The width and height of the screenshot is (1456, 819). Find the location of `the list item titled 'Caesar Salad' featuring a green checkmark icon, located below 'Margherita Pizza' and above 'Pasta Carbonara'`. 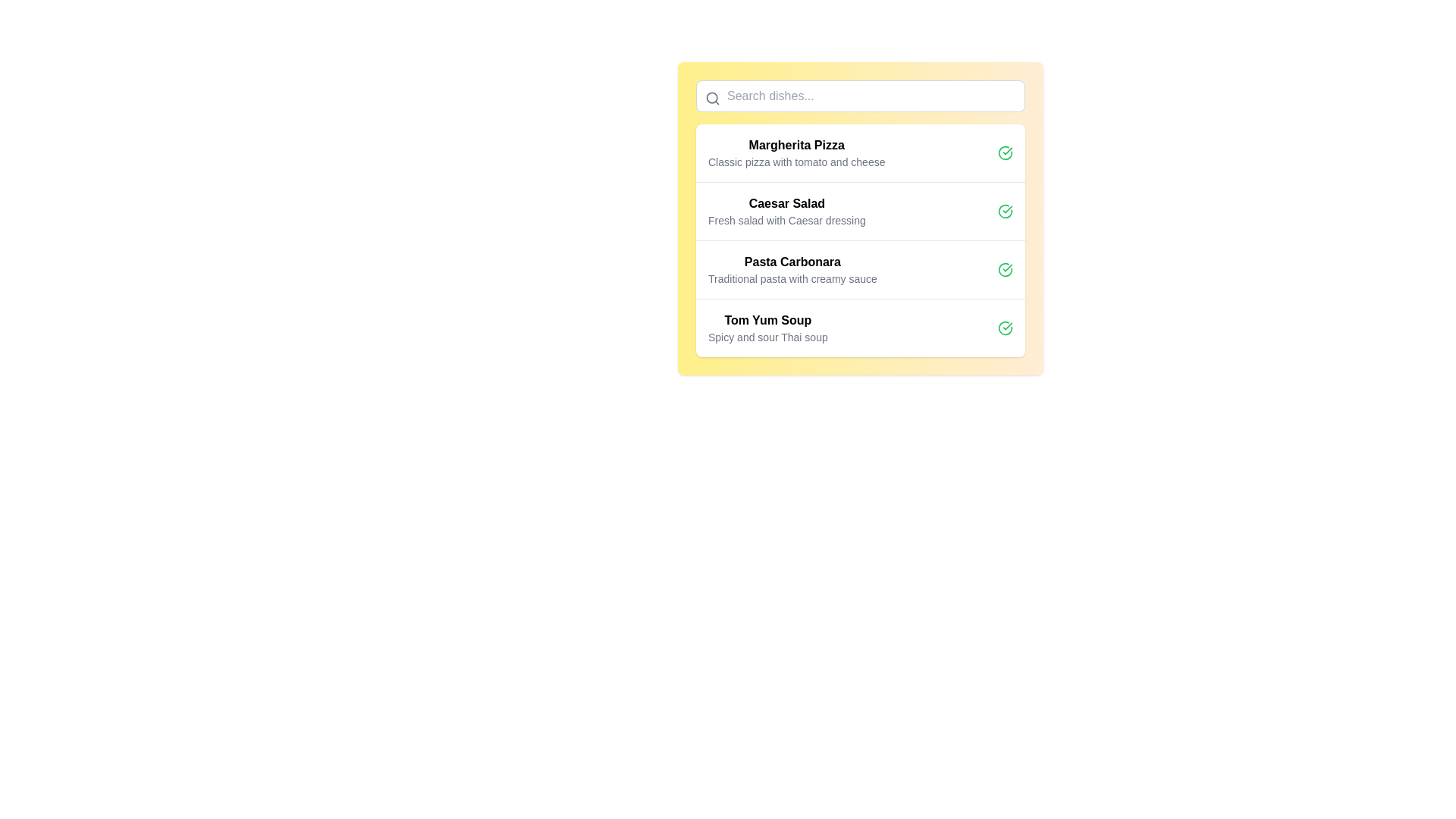

the list item titled 'Caesar Salad' featuring a green checkmark icon, located below 'Margherita Pizza' and above 'Pasta Carbonara' is located at coordinates (860, 211).